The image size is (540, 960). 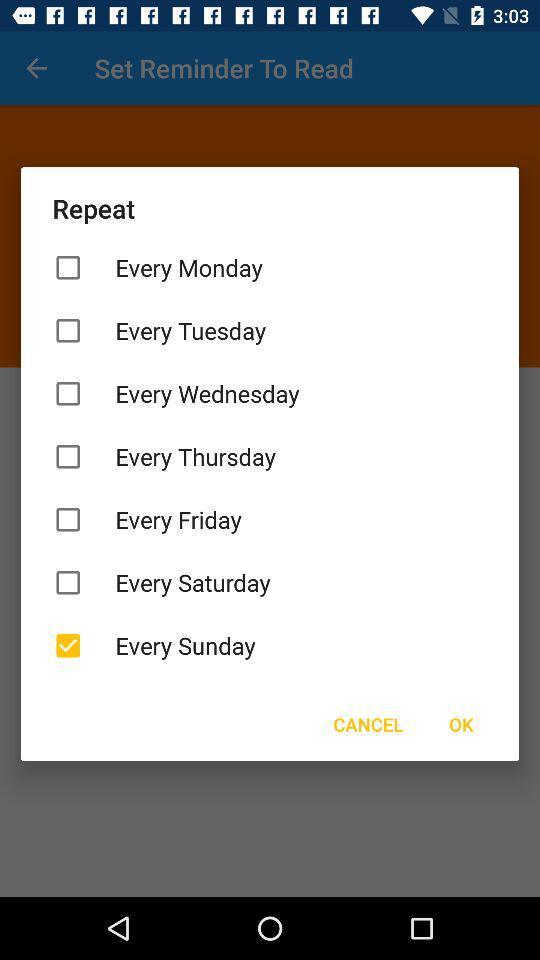 I want to click on item below the every sunday item, so click(x=461, y=723).